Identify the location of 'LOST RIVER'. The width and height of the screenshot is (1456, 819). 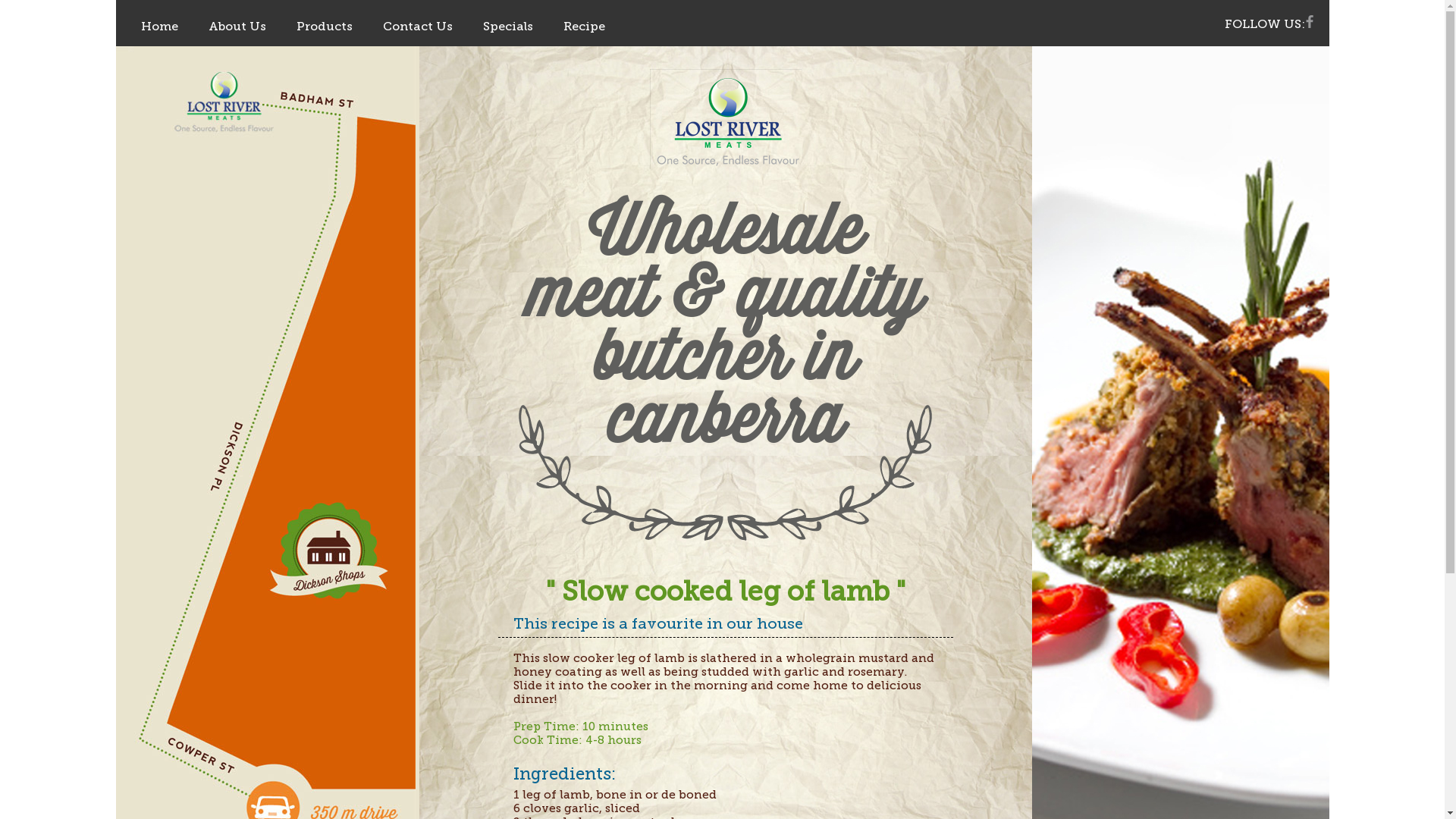
(723, 118).